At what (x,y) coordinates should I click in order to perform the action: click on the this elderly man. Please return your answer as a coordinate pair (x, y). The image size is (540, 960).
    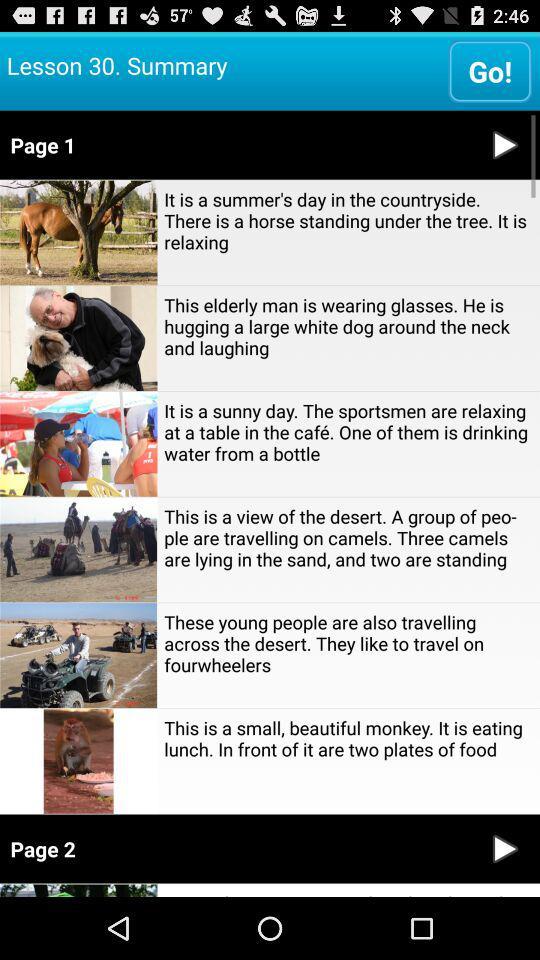
    Looking at the image, I should click on (347, 326).